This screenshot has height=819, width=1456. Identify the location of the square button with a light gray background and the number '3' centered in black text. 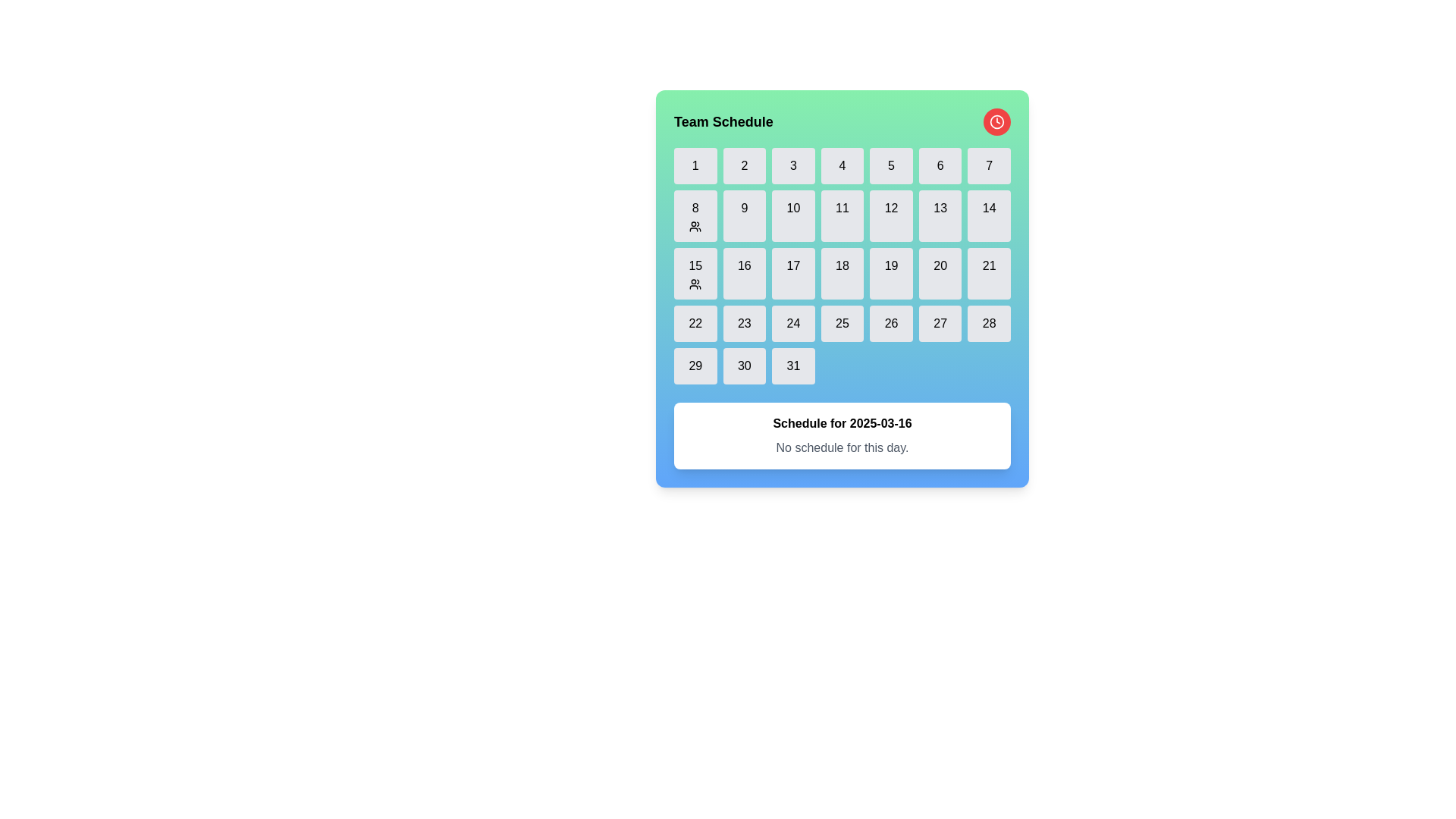
(792, 166).